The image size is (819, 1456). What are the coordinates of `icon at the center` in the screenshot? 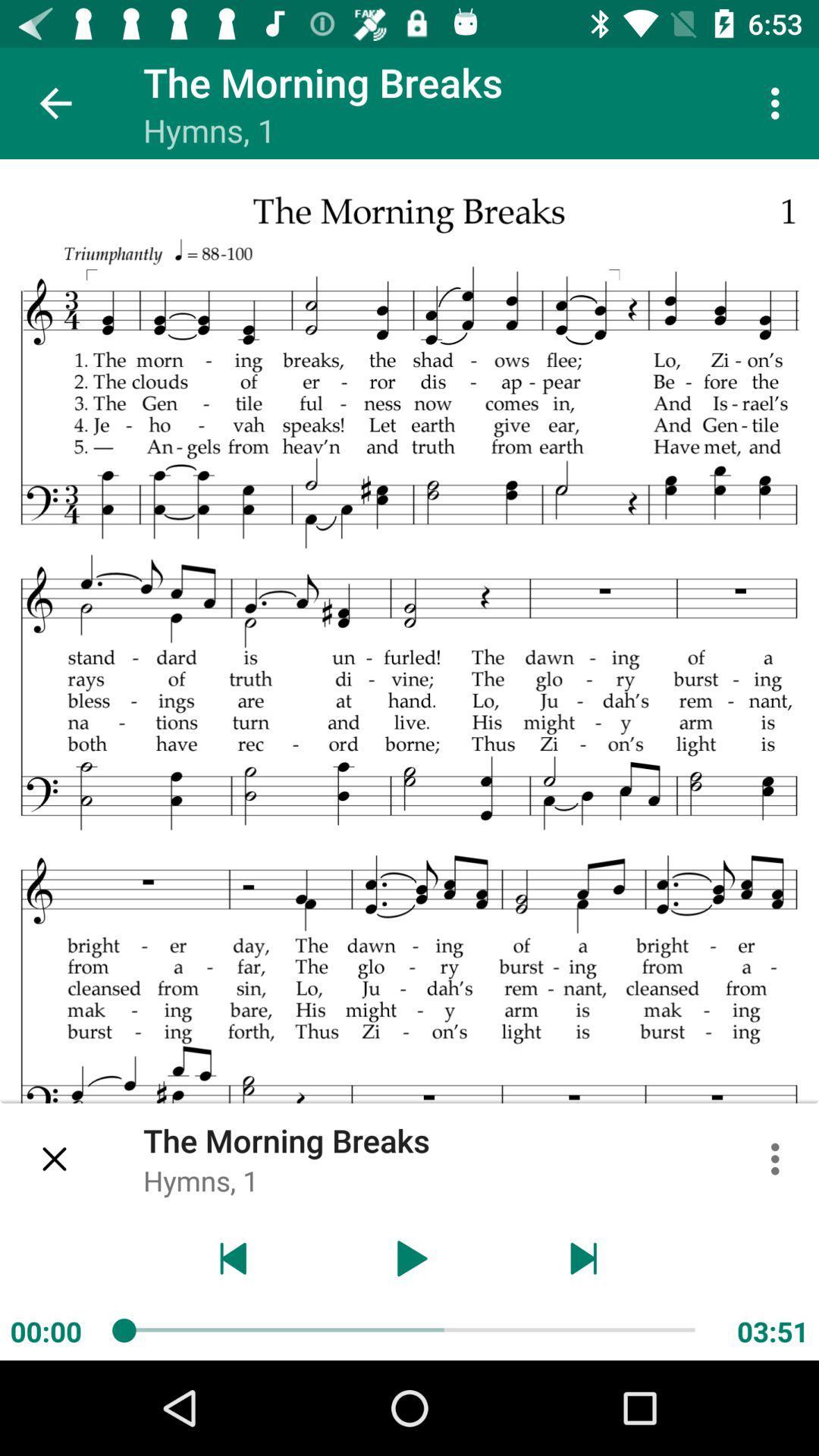 It's located at (409, 760).